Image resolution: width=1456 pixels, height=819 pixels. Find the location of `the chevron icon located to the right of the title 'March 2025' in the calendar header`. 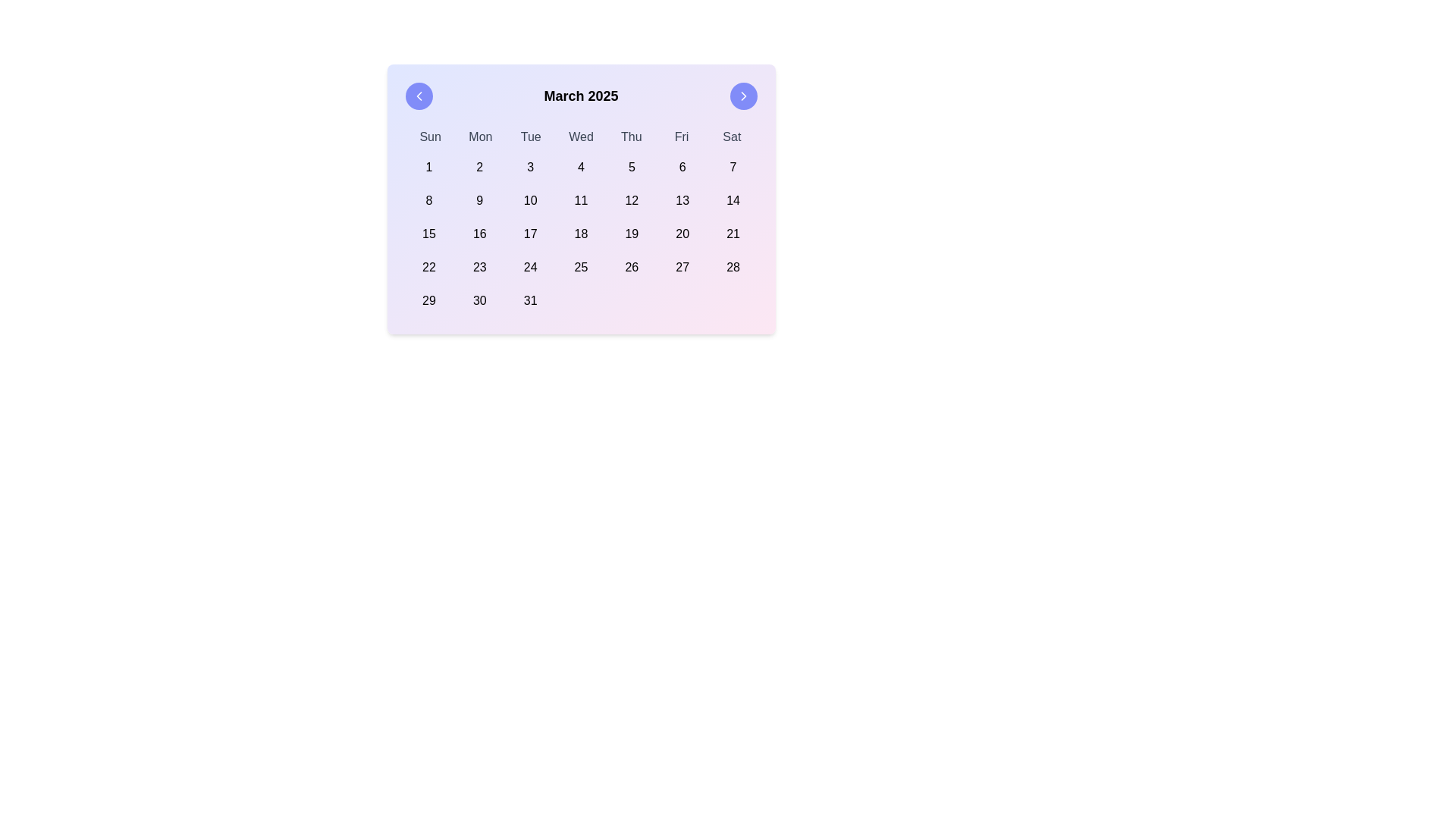

the chevron icon located to the right of the title 'March 2025' in the calendar header is located at coordinates (743, 96).